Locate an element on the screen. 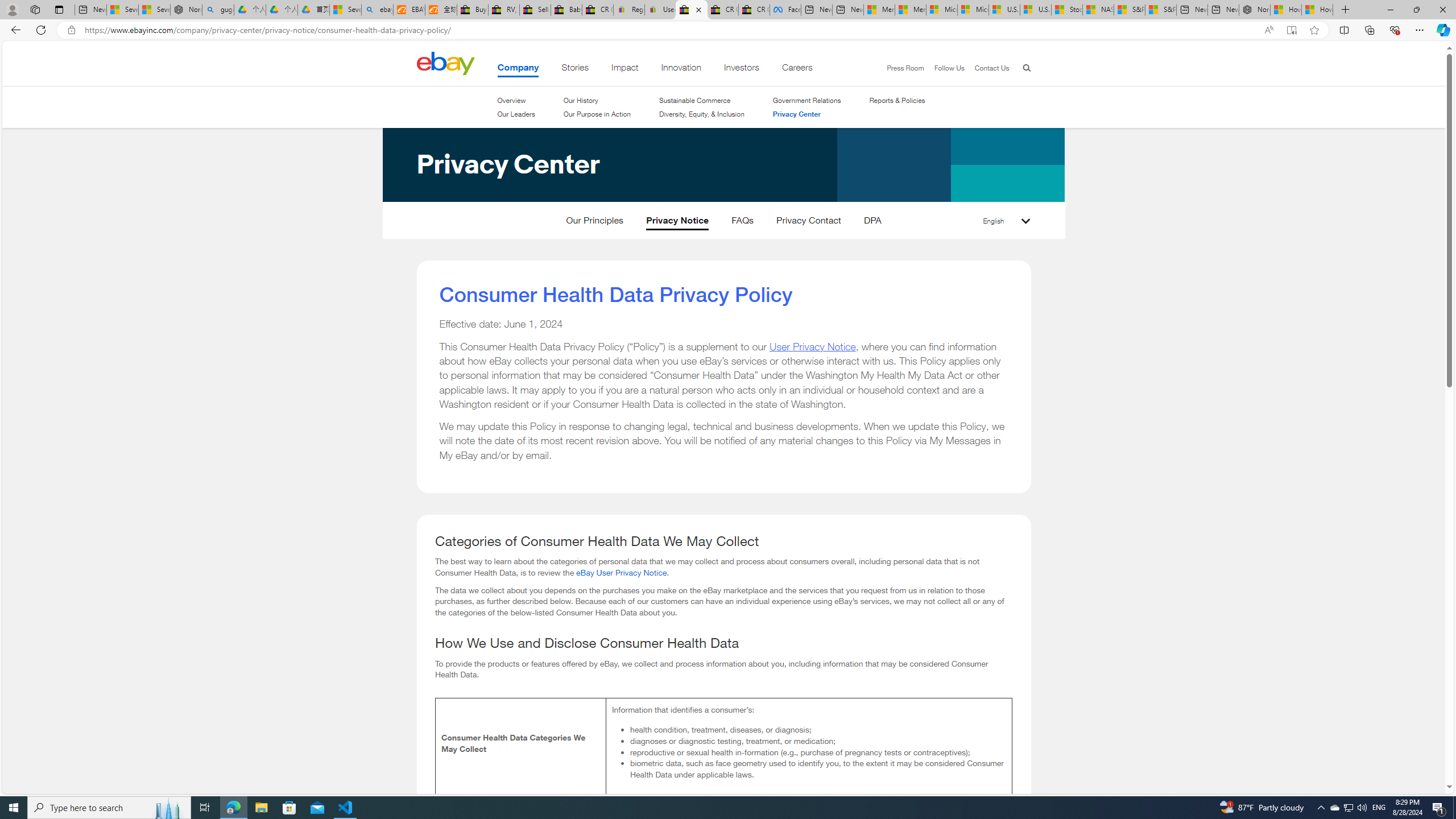 This screenshot has height=819, width=1456. 'RV, Trailer & Camper Steps & Ladders for sale | eBay' is located at coordinates (503, 9).